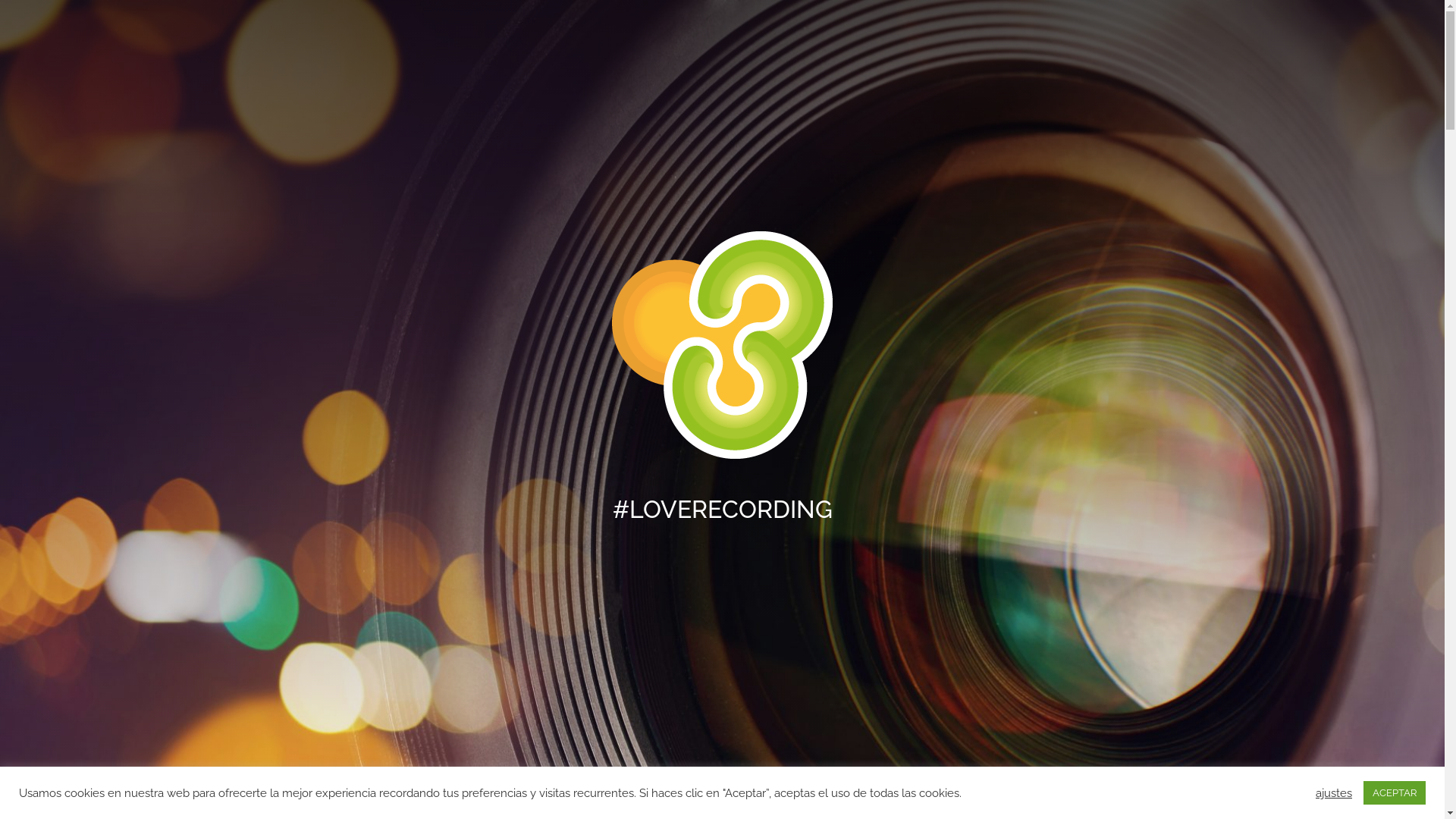 This screenshot has width=1456, height=819. I want to click on '"', so click(720, 783).